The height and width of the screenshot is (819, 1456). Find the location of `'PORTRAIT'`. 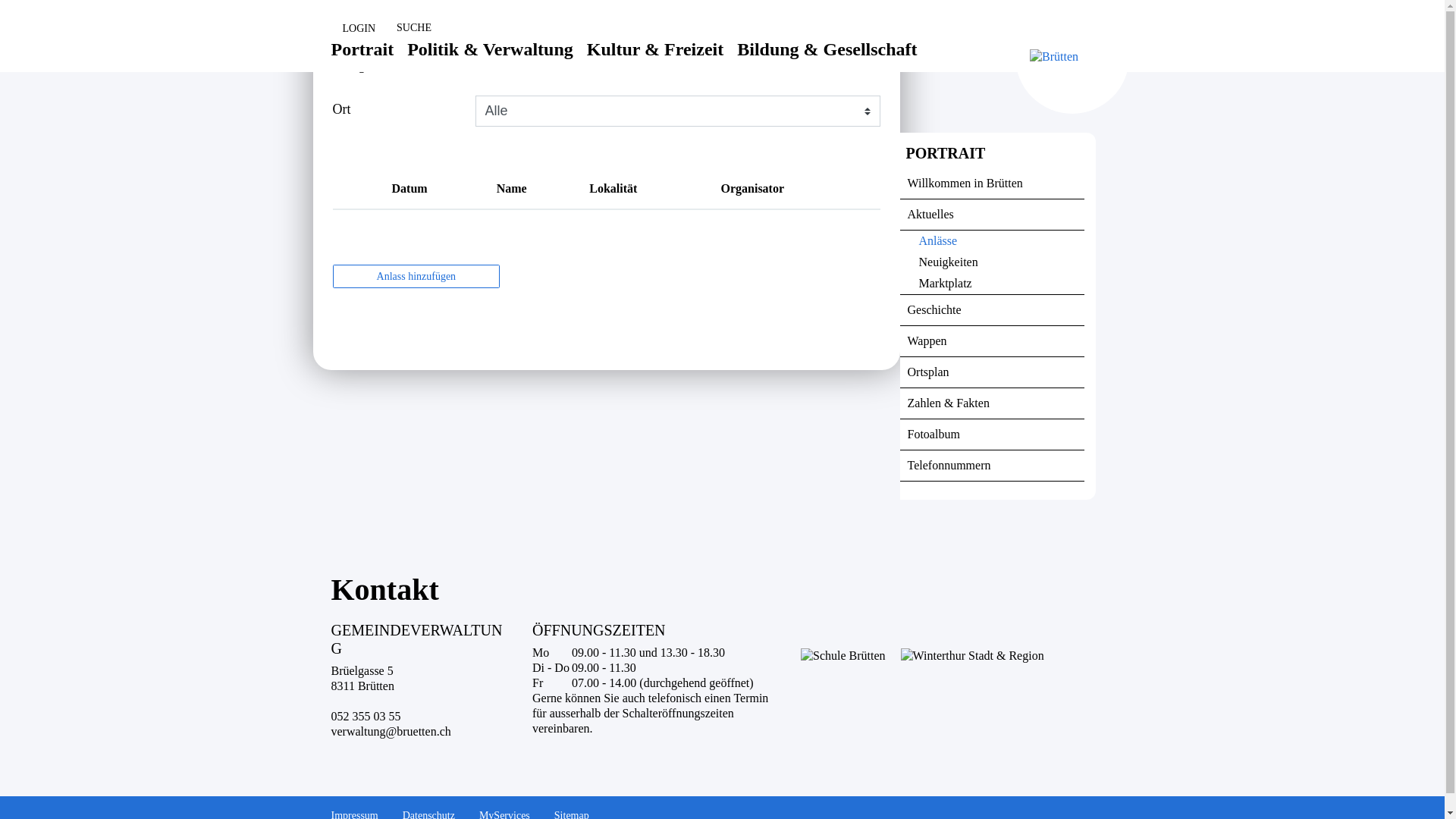

'PORTRAIT' is located at coordinates (991, 155).